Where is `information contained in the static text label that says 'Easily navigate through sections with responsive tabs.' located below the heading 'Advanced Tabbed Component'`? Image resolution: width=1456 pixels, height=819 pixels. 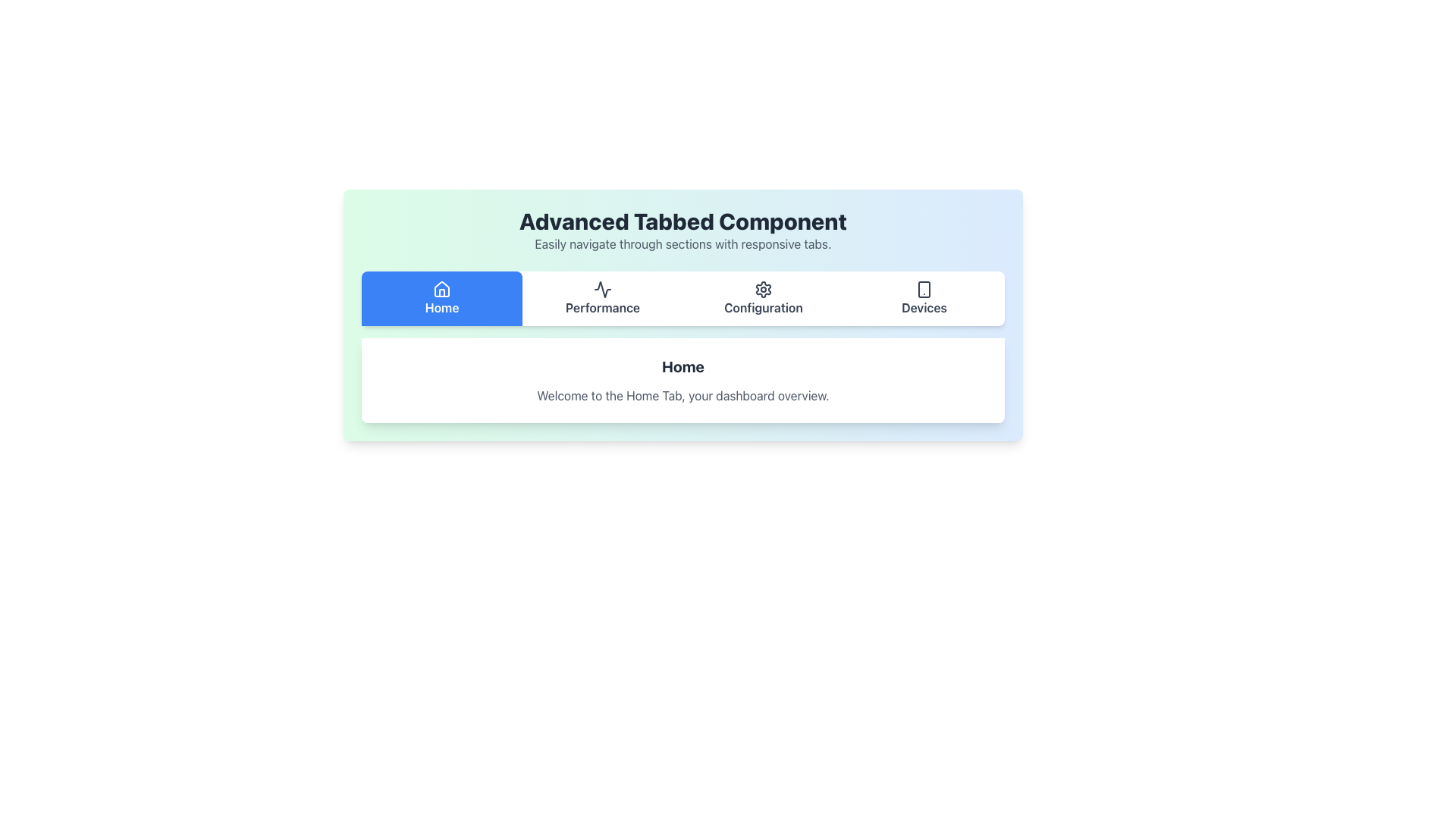 information contained in the static text label that says 'Easily navigate through sections with responsive tabs.' located below the heading 'Advanced Tabbed Component' is located at coordinates (682, 243).